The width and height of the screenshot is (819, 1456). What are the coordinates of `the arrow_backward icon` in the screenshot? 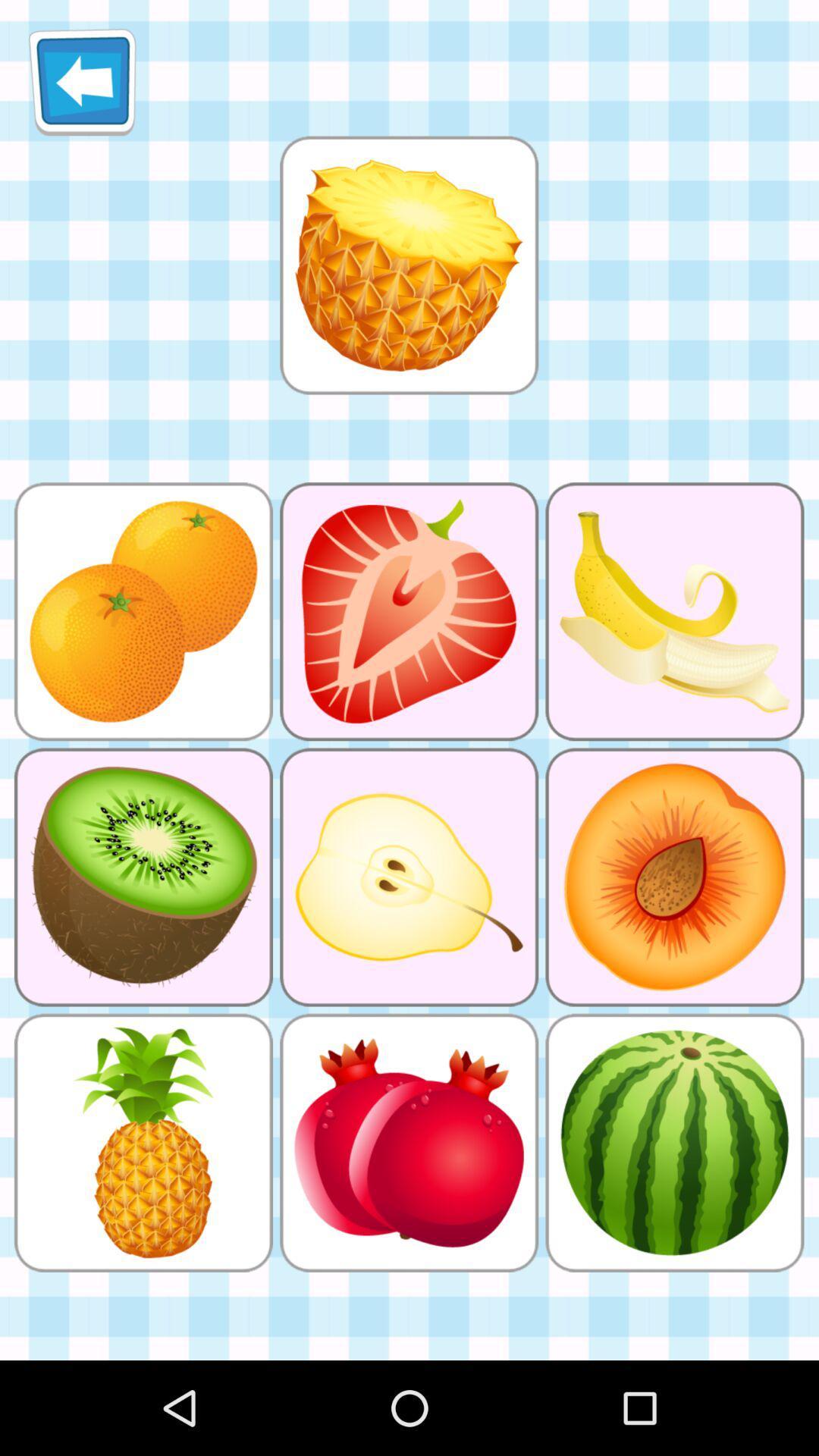 It's located at (82, 87).